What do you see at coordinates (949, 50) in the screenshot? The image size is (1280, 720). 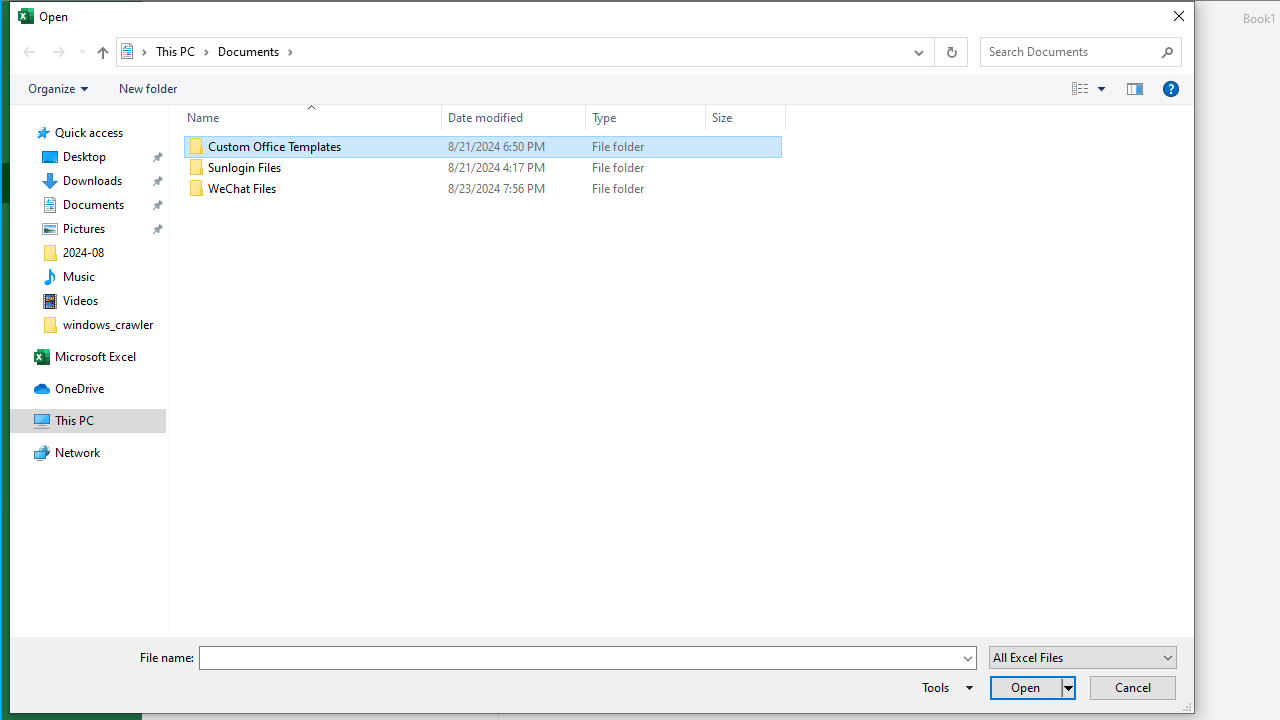 I see `'Refresh "Documents" (F5)'` at bounding box center [949, 50].